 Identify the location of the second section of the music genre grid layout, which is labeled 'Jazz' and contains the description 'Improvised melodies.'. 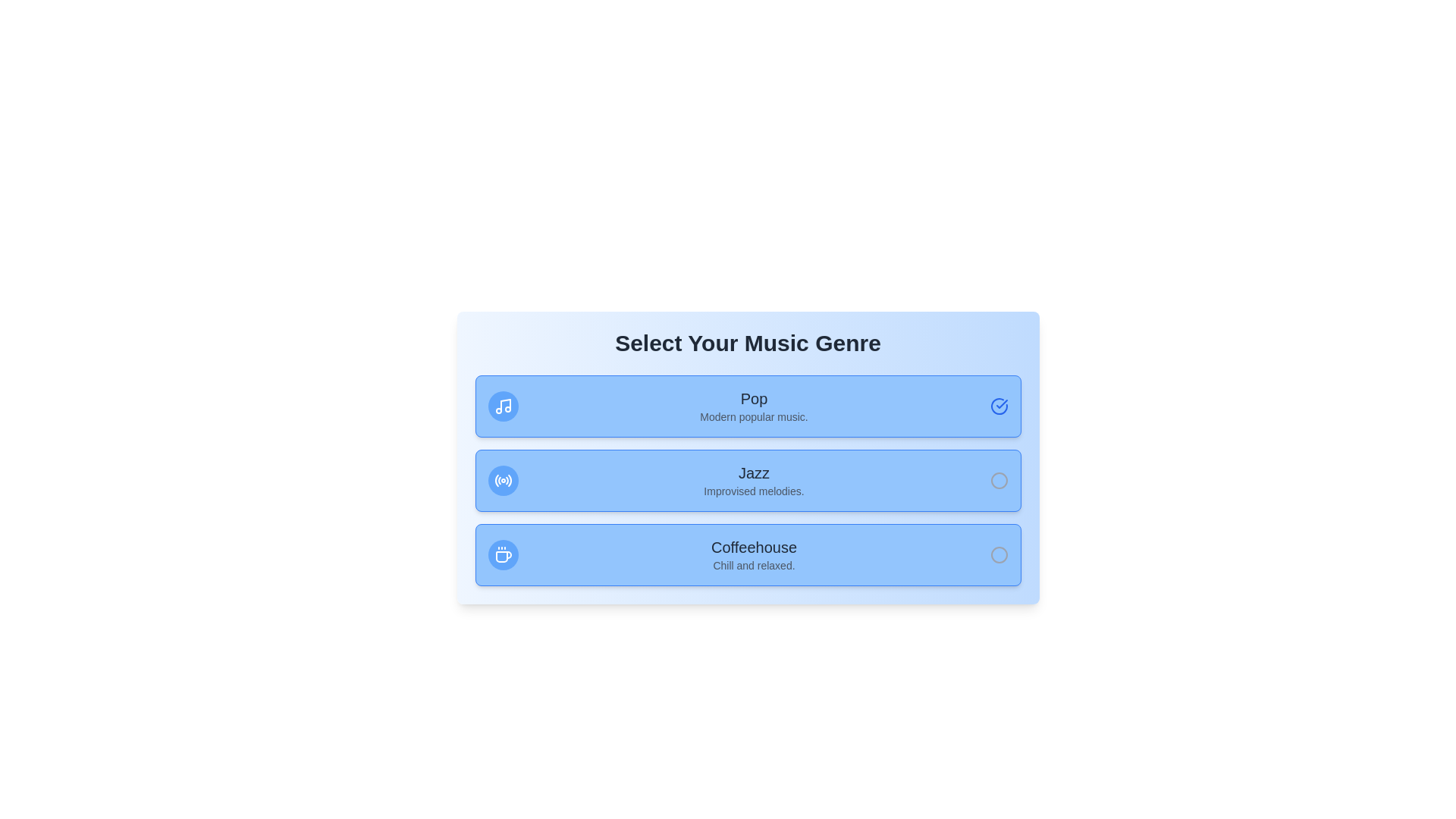
(748, 480).